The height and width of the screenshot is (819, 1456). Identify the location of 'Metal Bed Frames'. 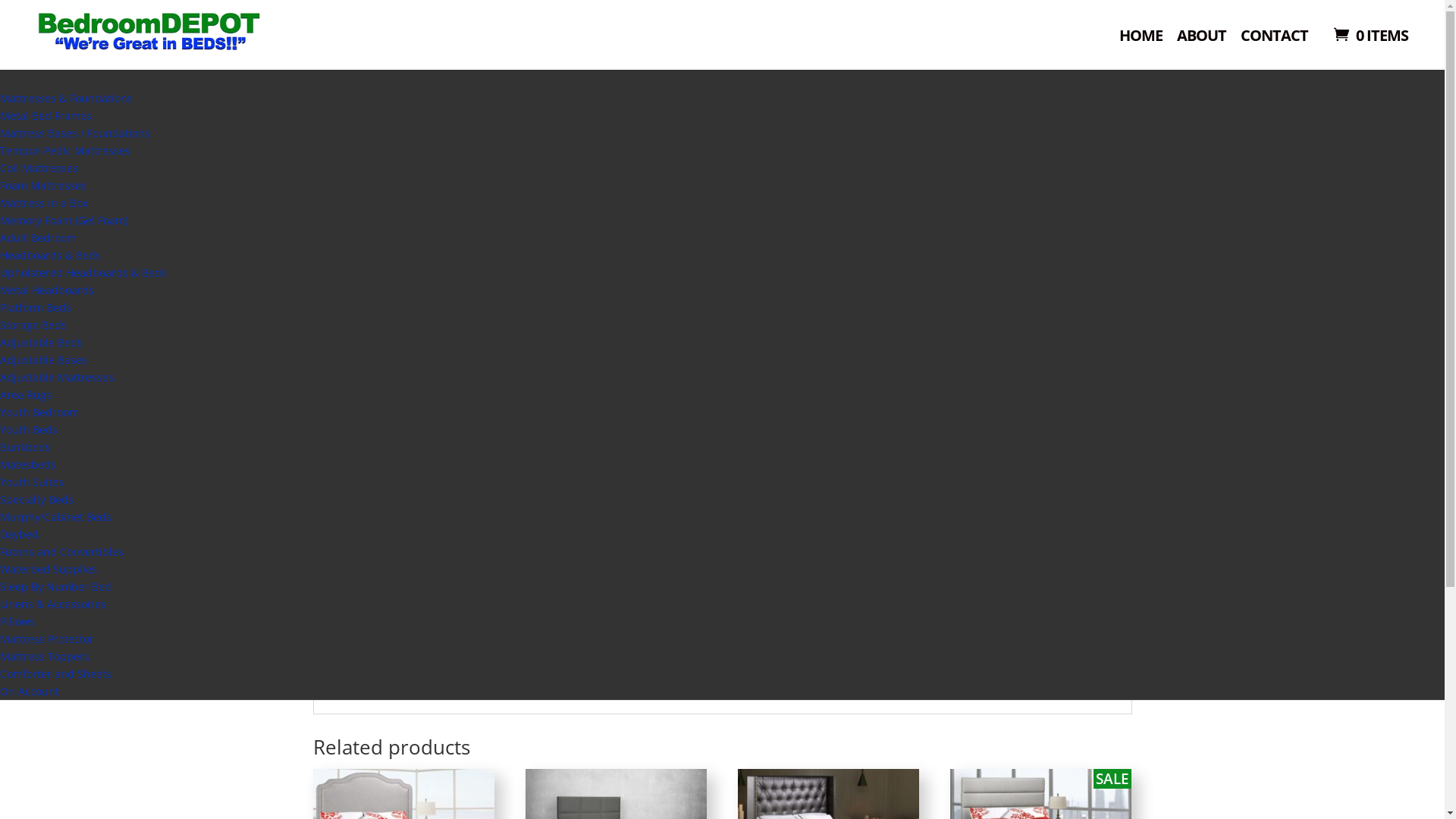
(45, 115).